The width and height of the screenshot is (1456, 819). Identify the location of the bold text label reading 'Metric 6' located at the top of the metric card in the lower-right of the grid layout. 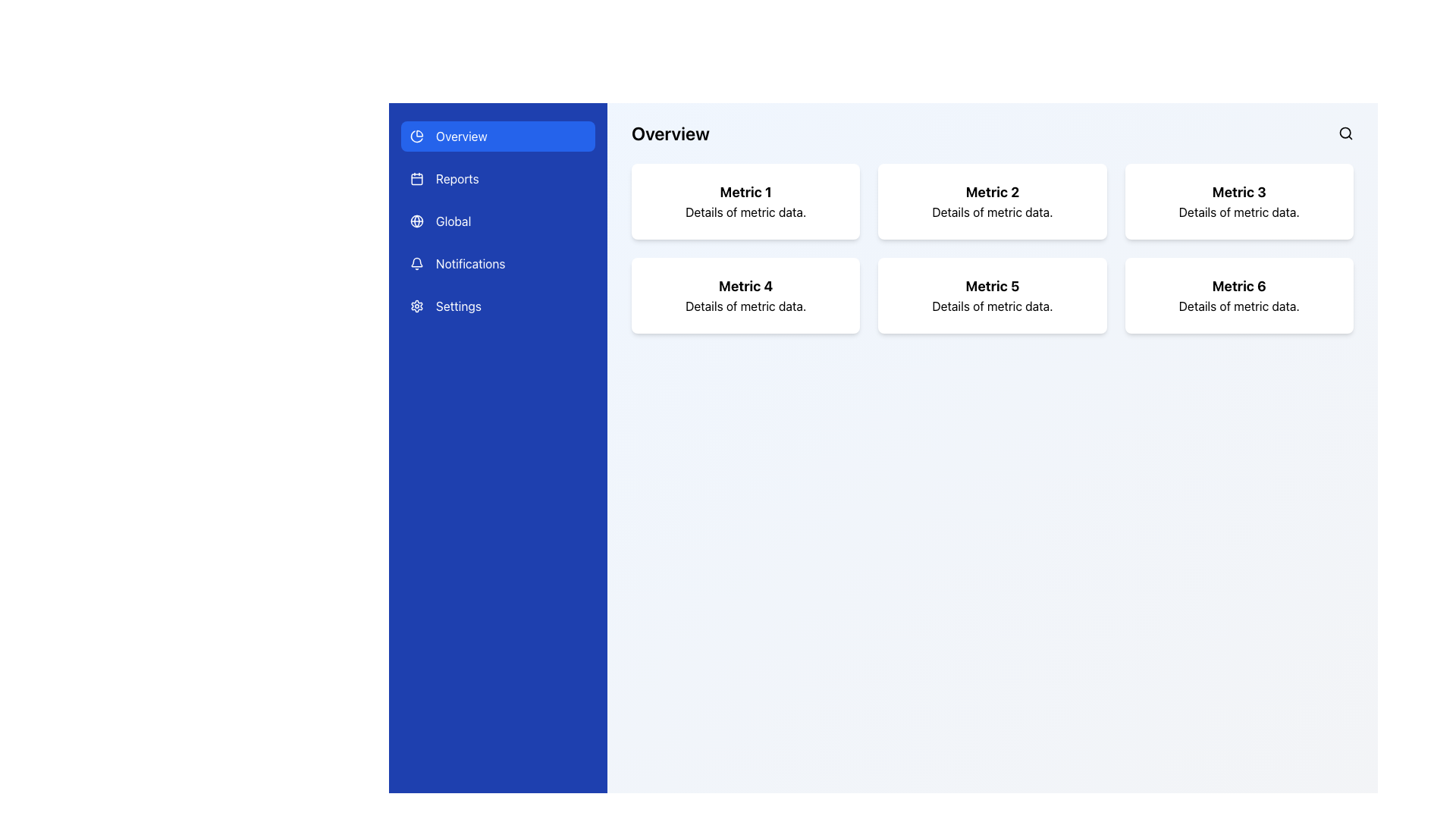
(1239, 287).